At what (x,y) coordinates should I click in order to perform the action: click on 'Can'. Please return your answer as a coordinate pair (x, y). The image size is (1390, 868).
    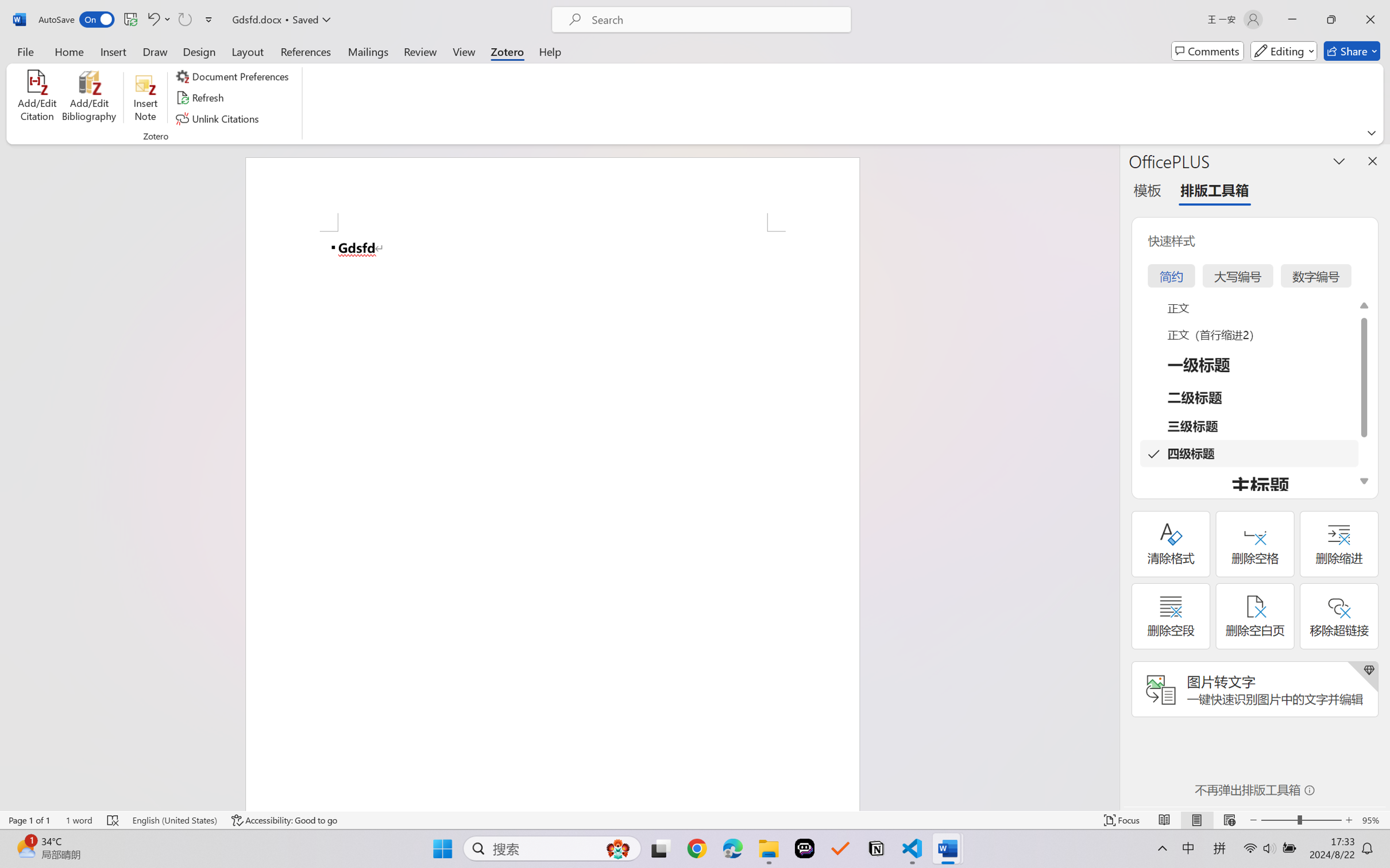
    Looking at the image, I should click on (184, 19).